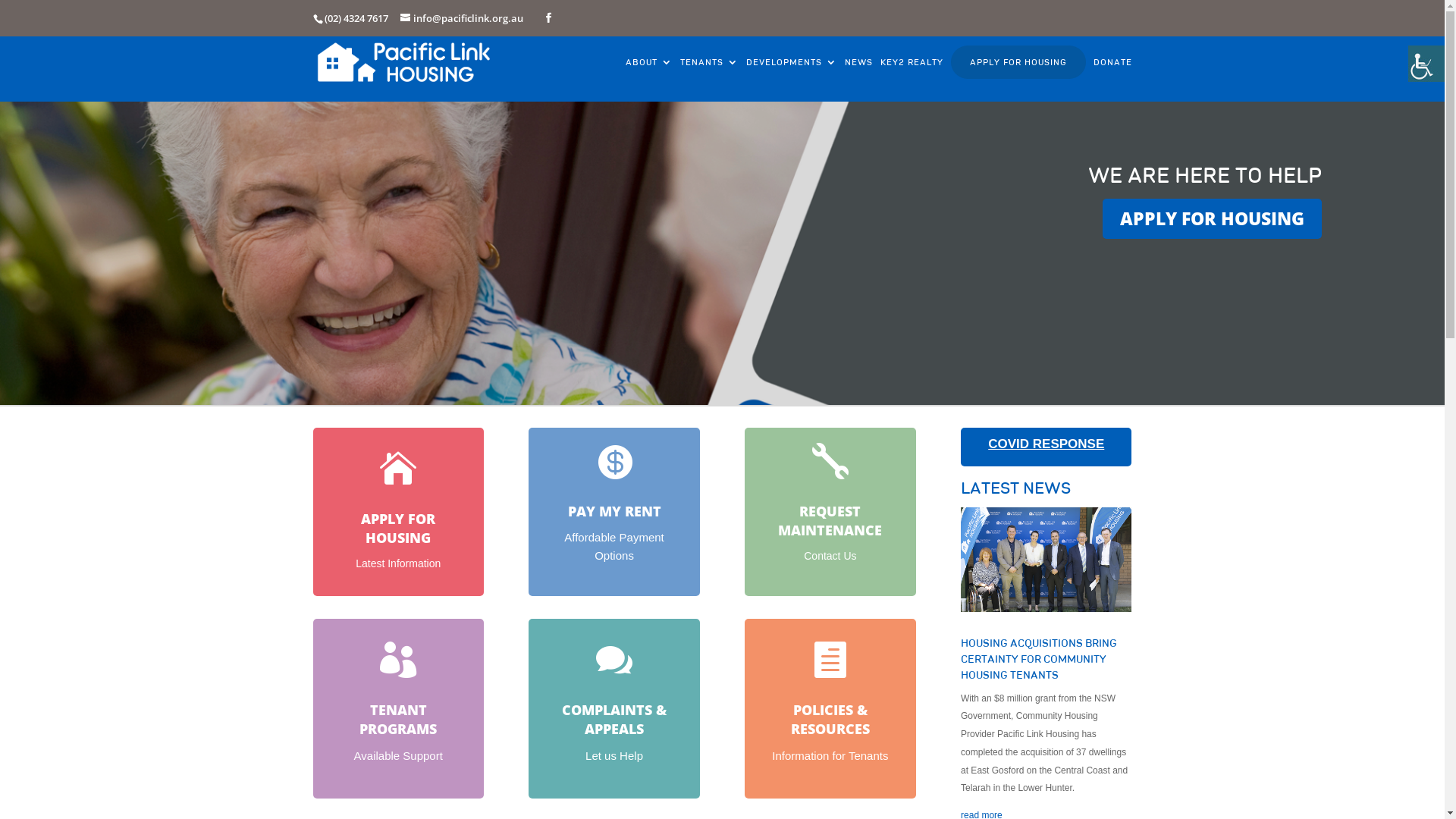 The image size is (1456, 819). I want to click on 'DONATE', so click(1112, 79).